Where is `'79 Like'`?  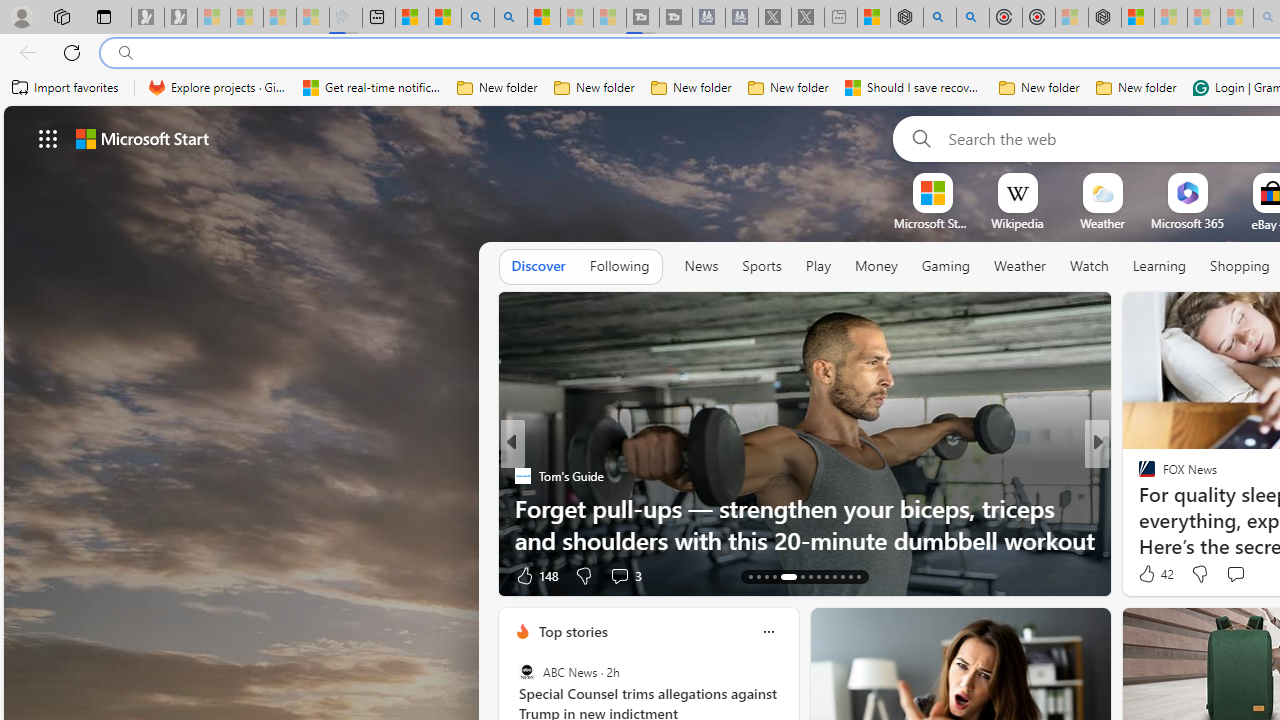 '79 Like' is located at coordinates (1149, 575).